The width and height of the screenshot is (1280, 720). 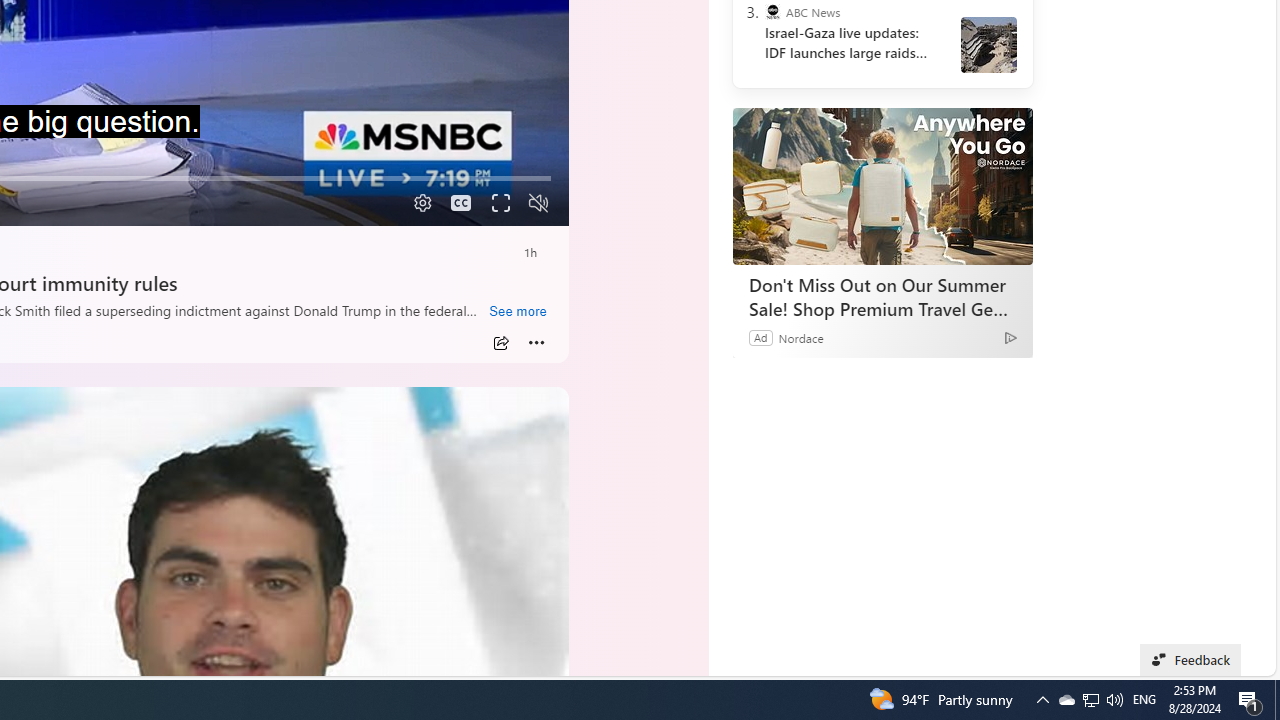 I want to click on 'Quality Settings', so click(x=420, y=203).